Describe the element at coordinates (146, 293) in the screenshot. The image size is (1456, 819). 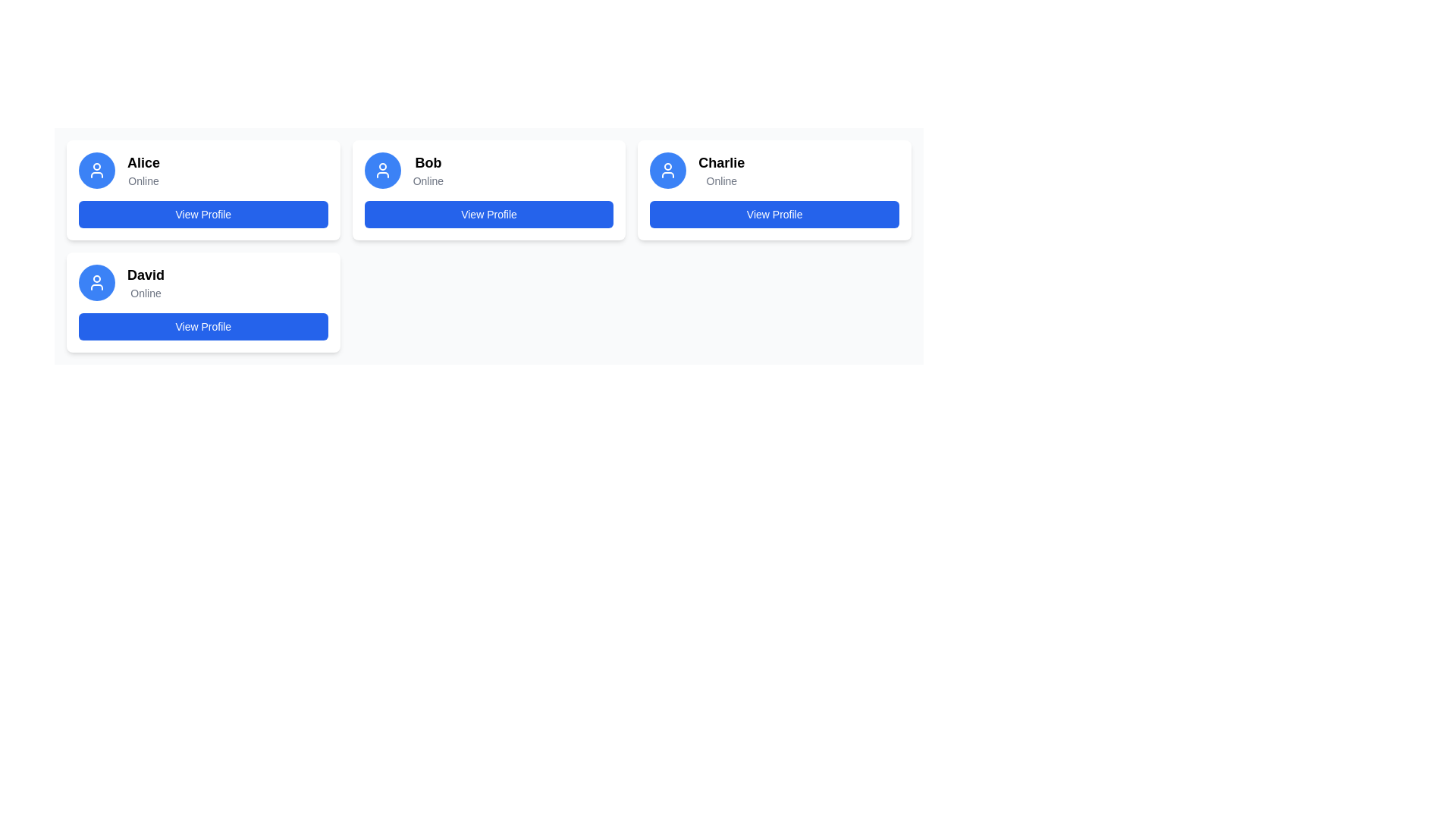
I see `the 'Online' status text displayed in gray font below the name 'David' in the user card` at that location.